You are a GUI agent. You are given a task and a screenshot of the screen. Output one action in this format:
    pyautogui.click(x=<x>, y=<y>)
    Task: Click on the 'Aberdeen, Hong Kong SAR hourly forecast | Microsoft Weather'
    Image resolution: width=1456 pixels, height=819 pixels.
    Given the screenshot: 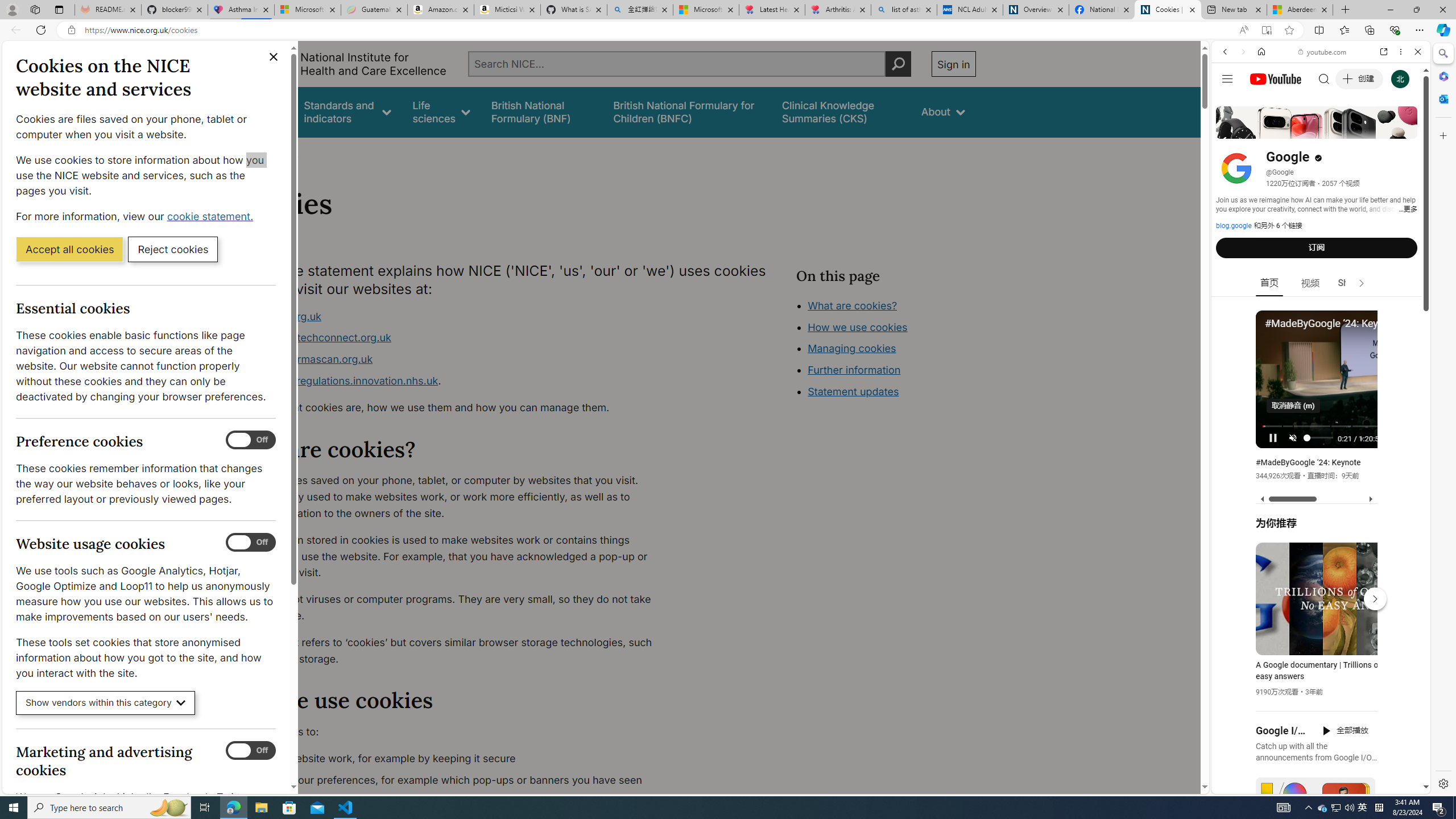 What is the action you would take?
    pyautogui.click(x=1300, y=9)
    